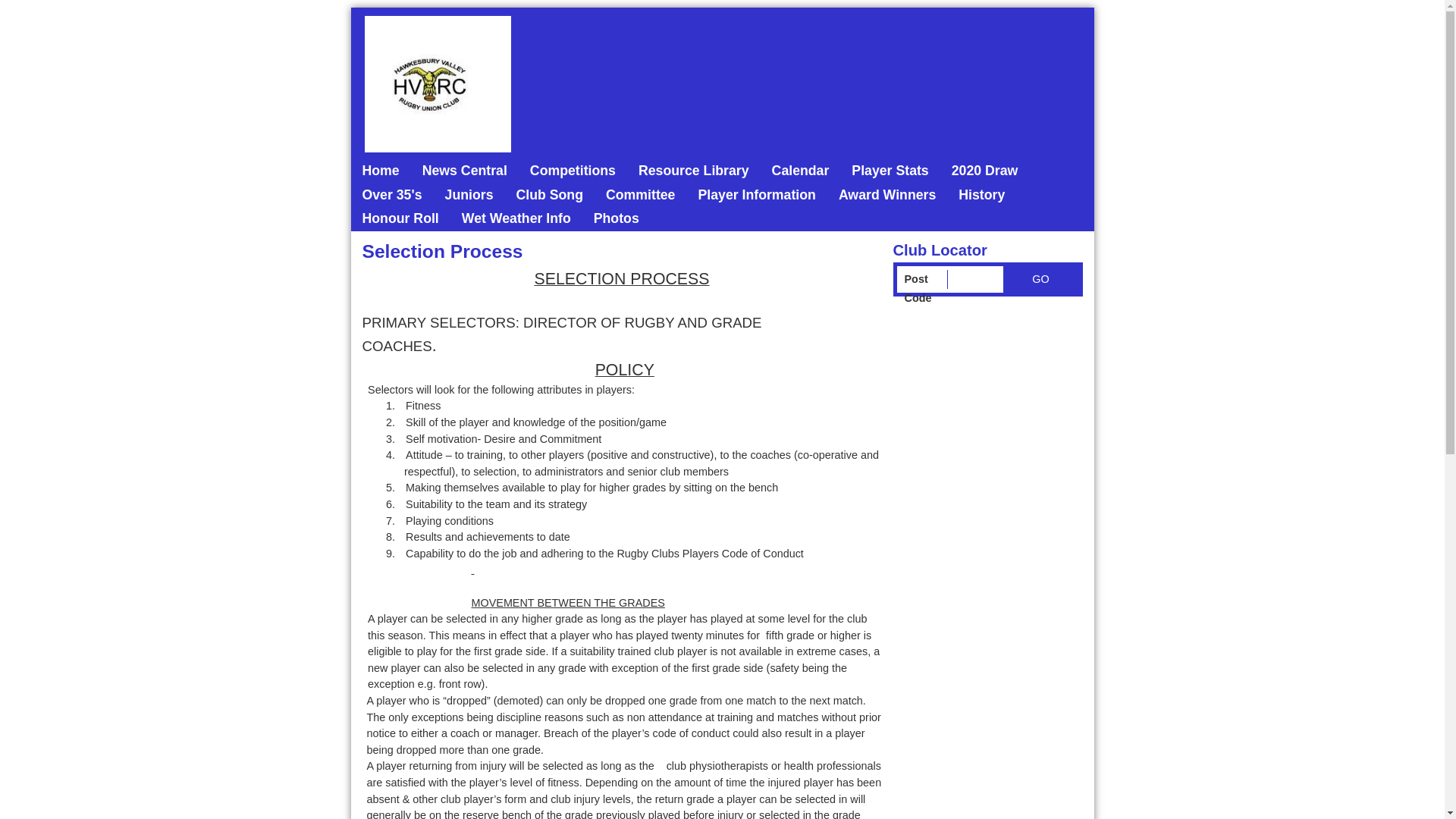 Image resolution: width=1456 pixels, height=819 pixels. Describe the element at coordinates (826, 195) in the screenshot. I see `'Award Winners'` at that location.